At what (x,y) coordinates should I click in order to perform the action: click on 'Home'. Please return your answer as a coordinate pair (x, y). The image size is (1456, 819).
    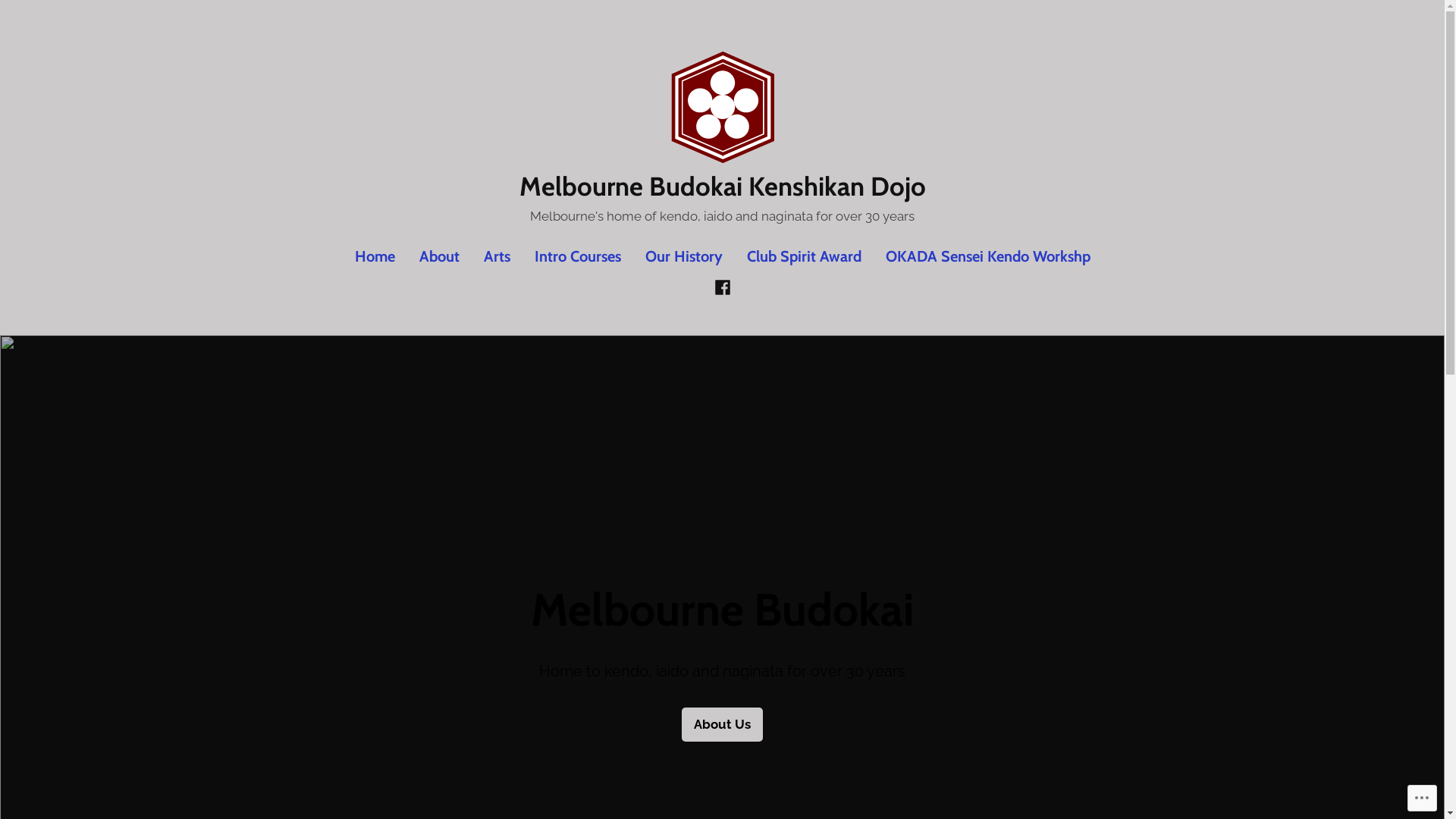
    Looking at the image, I should click on (381, 255).